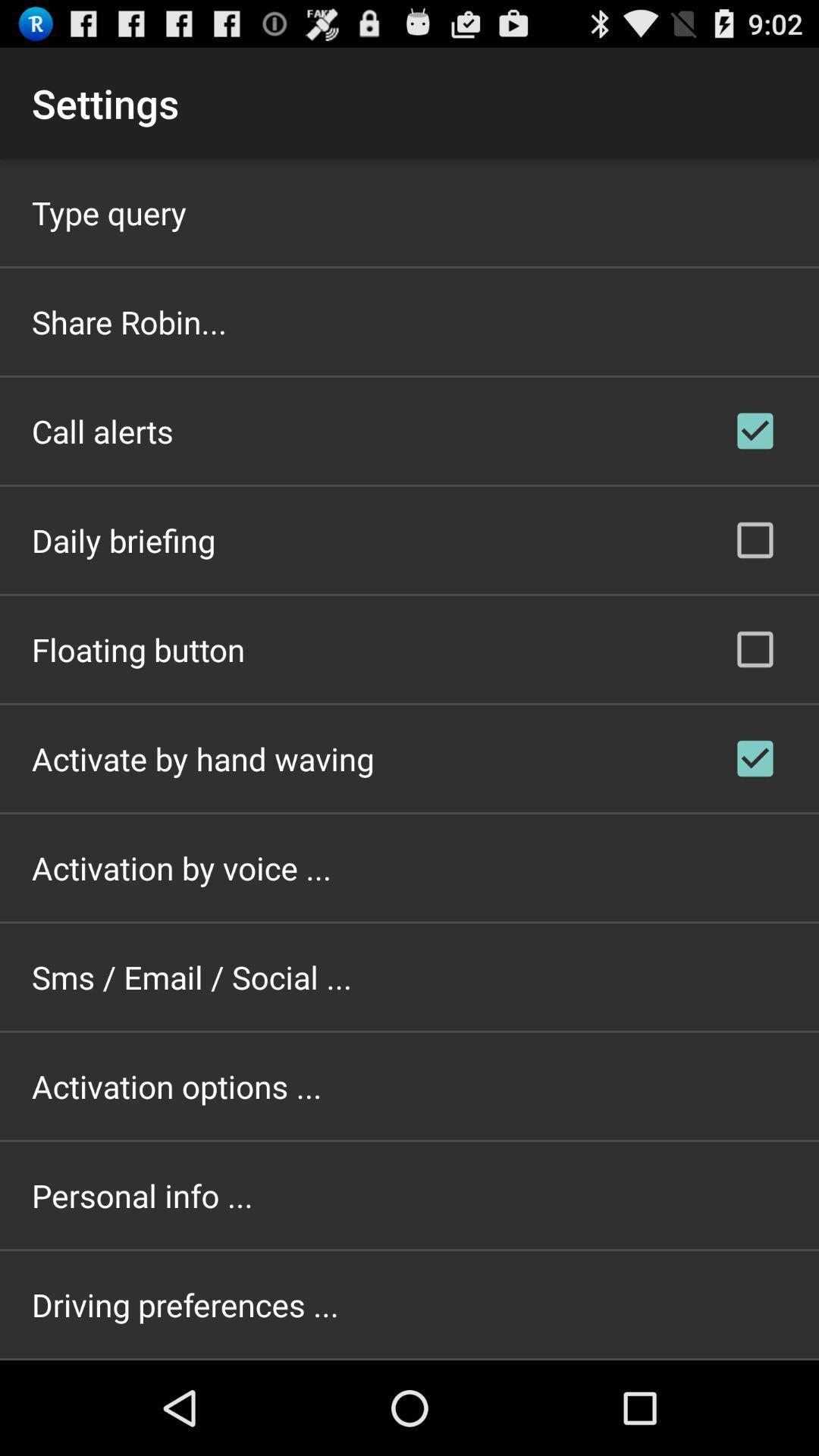 Image resolution: width=819 pixels, height=1456 pixels. What do you see at coordinates (128, 321) in the screenshot?
I see `the icon below the type query item` at bounding box center [128, 321].